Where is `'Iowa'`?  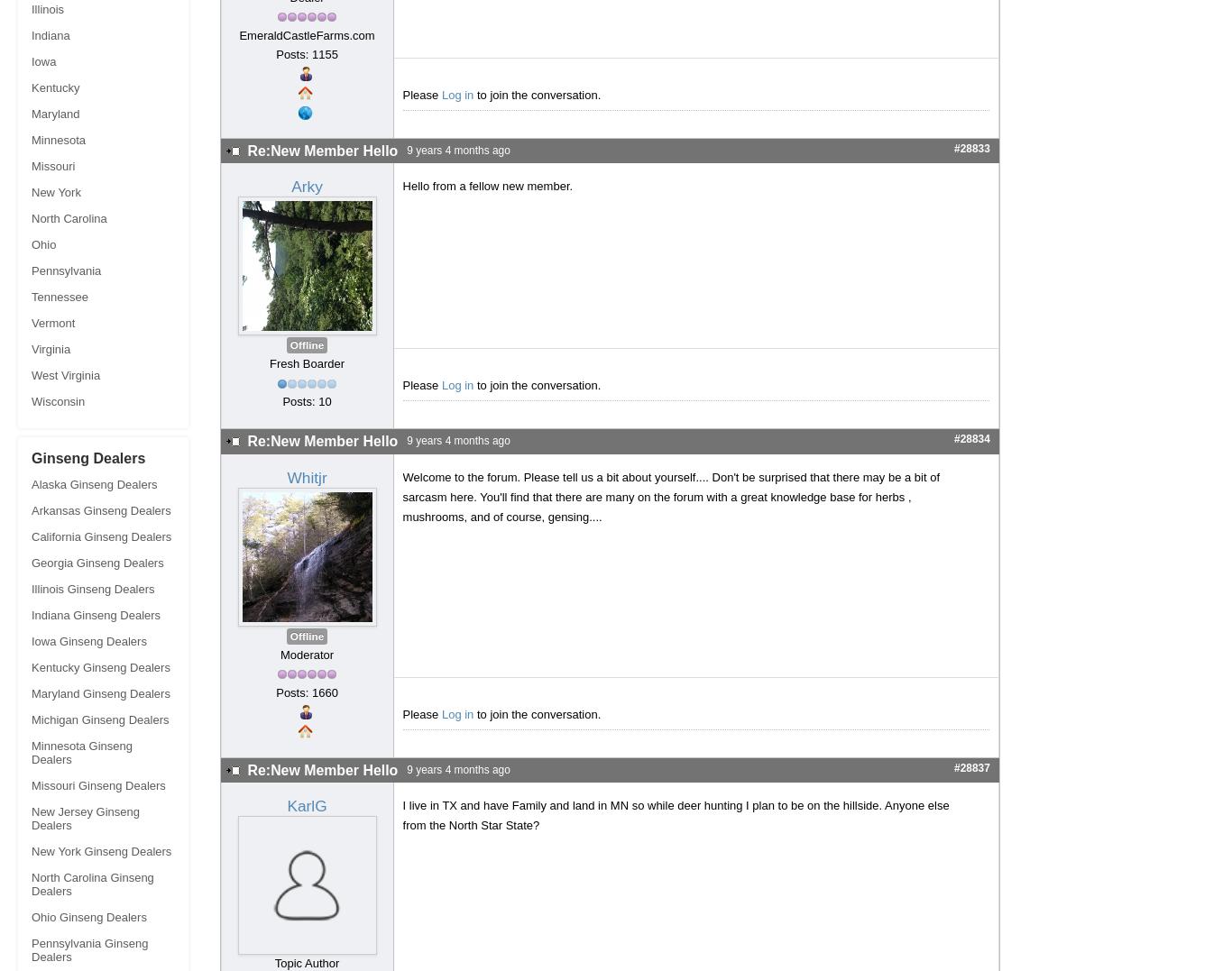 'Iowa' is located at coordinates (43, 61).